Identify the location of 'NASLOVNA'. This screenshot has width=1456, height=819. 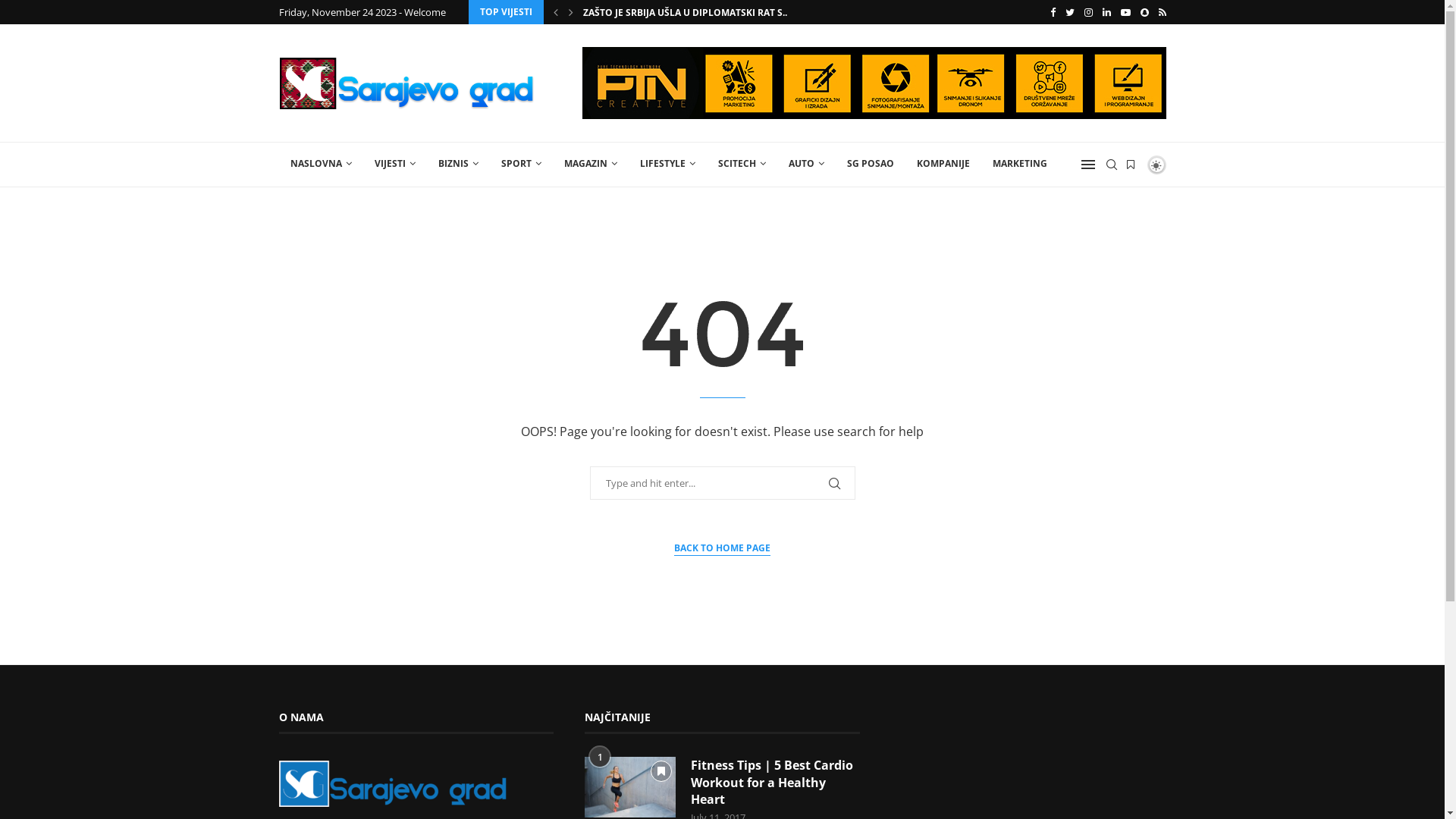
(320, 164).